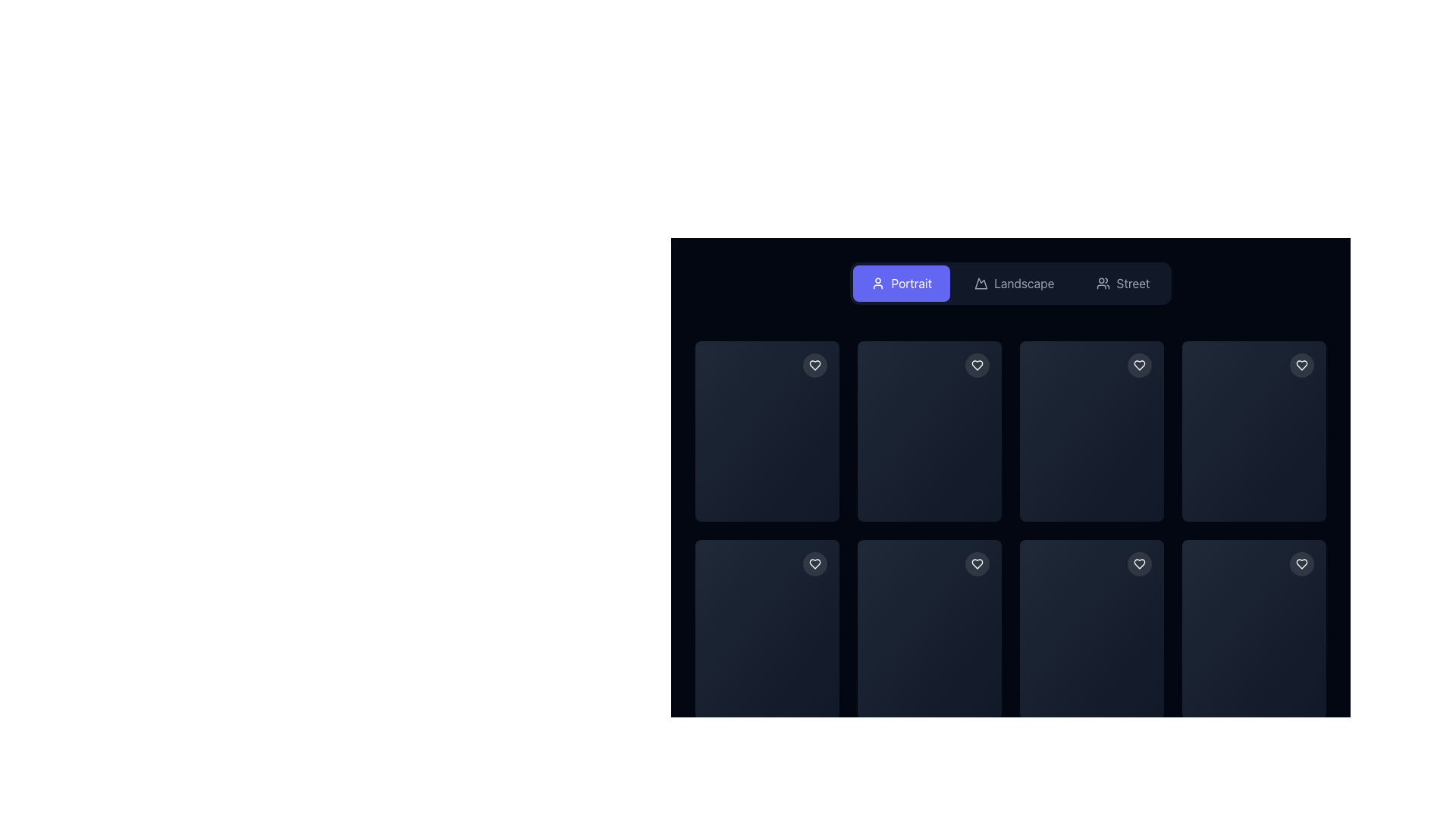  Describe the element at coordinates (1103, 284) in the screenshot. I see `the icon representing a group of three individuals located to the left of the 'Street' button in the top navigation bar` at that location.